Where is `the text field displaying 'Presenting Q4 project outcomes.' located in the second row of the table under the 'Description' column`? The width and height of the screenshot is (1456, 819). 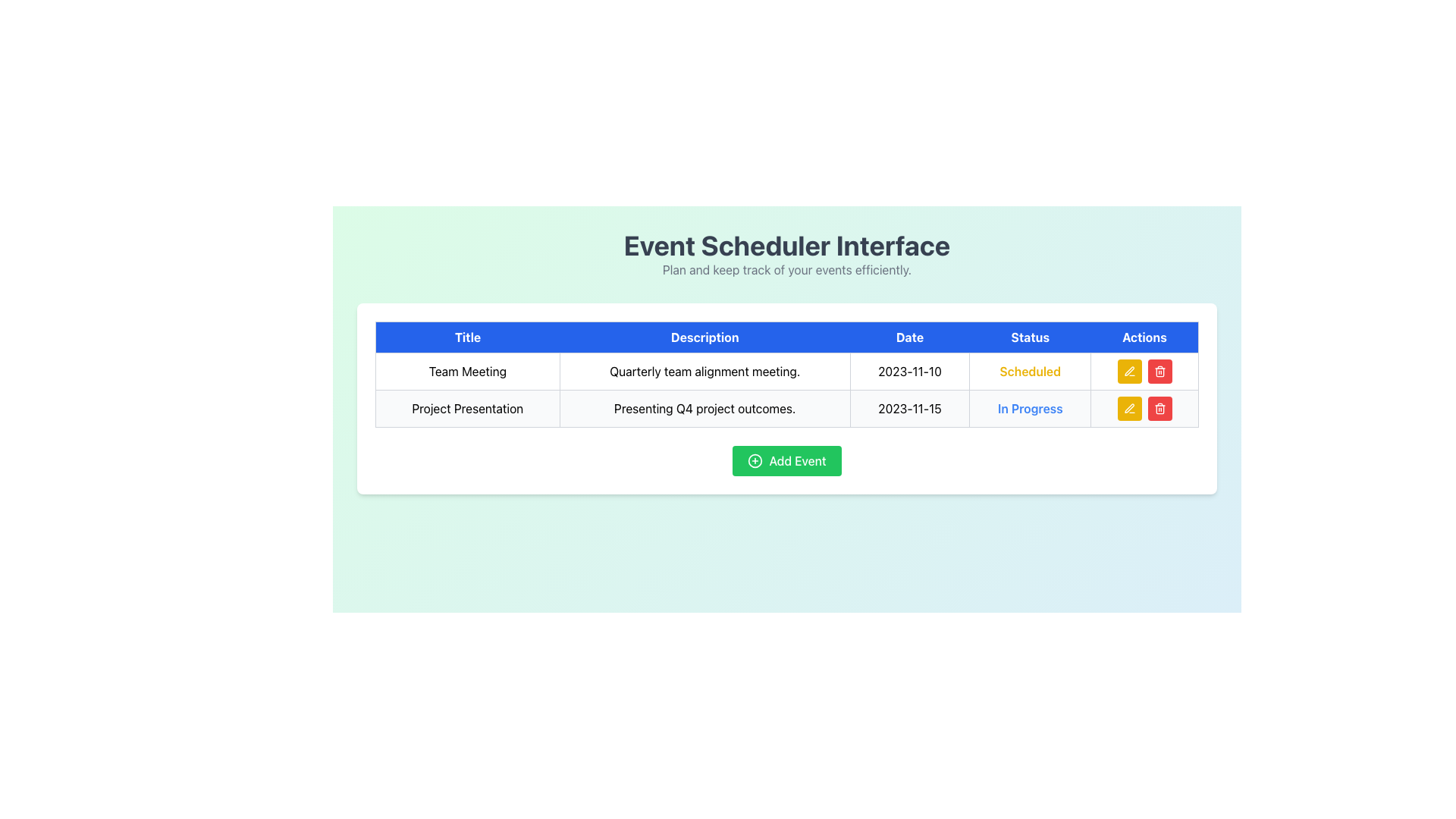 the text field displaying 'Presenting Q4 project outcomes.' located in the second row of the table under the 'Description' column is located at coordinates (704, 408).